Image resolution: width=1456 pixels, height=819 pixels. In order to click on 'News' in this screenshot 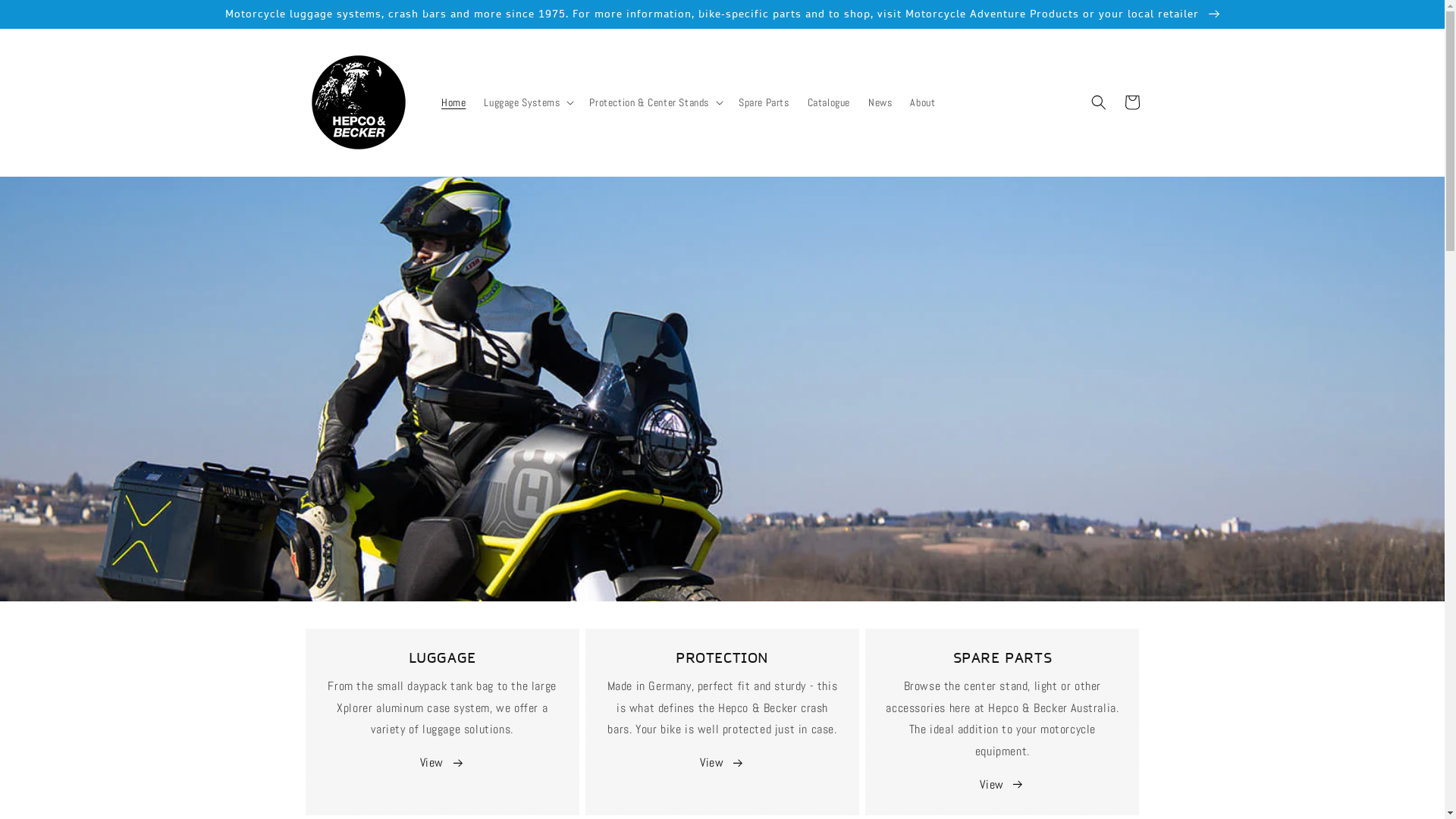, I will do `click(880, 102)`.